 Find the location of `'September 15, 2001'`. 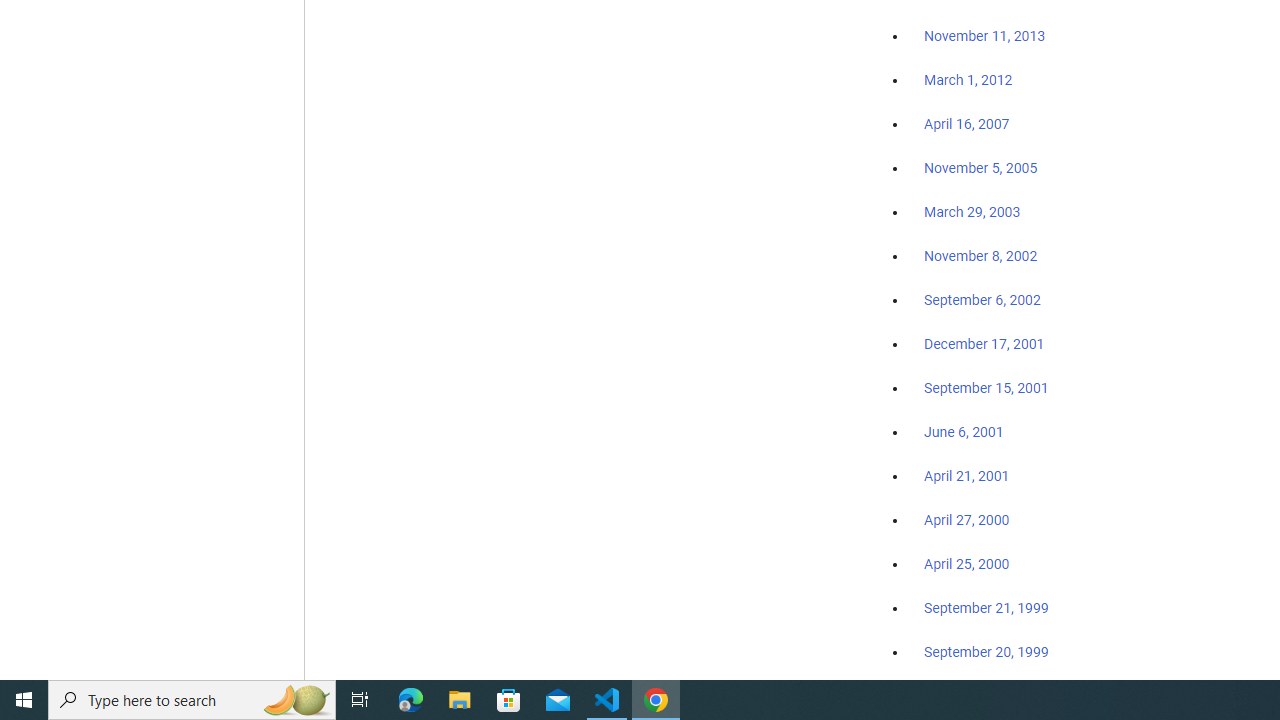

'September 15, 2001' is located at coordinates (986, 387).